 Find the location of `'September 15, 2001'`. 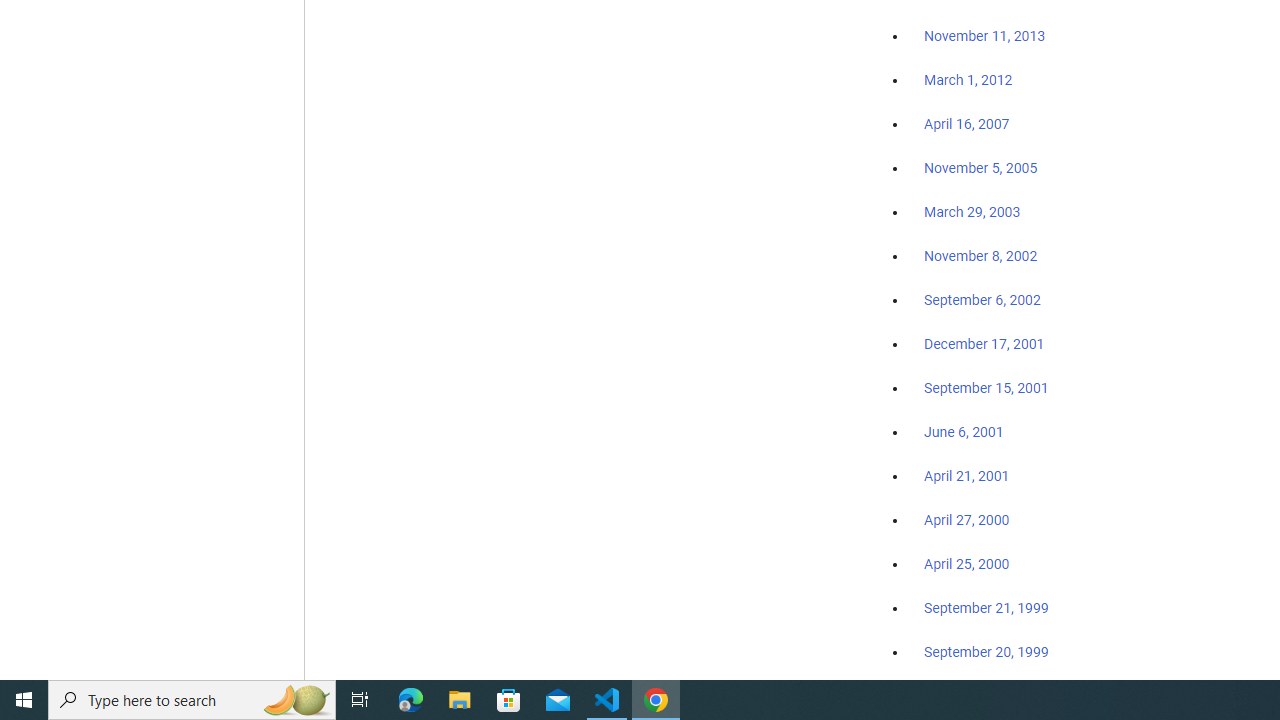

'September 15, 2001' is located at coordinates (986, 387).